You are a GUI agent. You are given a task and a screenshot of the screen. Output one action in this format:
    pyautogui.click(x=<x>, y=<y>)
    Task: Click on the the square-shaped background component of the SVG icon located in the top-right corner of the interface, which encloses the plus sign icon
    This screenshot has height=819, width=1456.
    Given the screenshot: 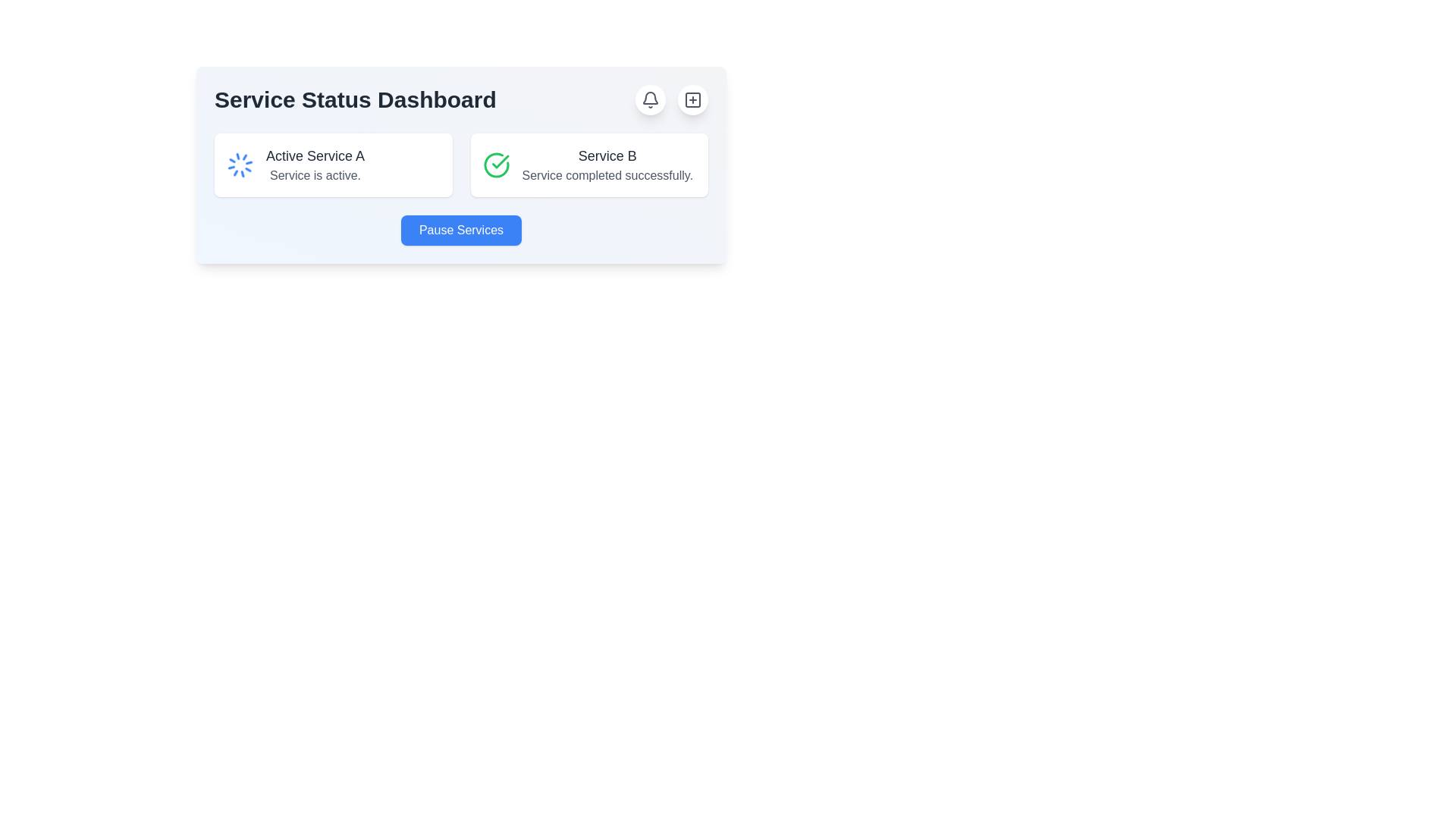 What is the action you would take?
    pyautogui.click(x=692, y=99)
    